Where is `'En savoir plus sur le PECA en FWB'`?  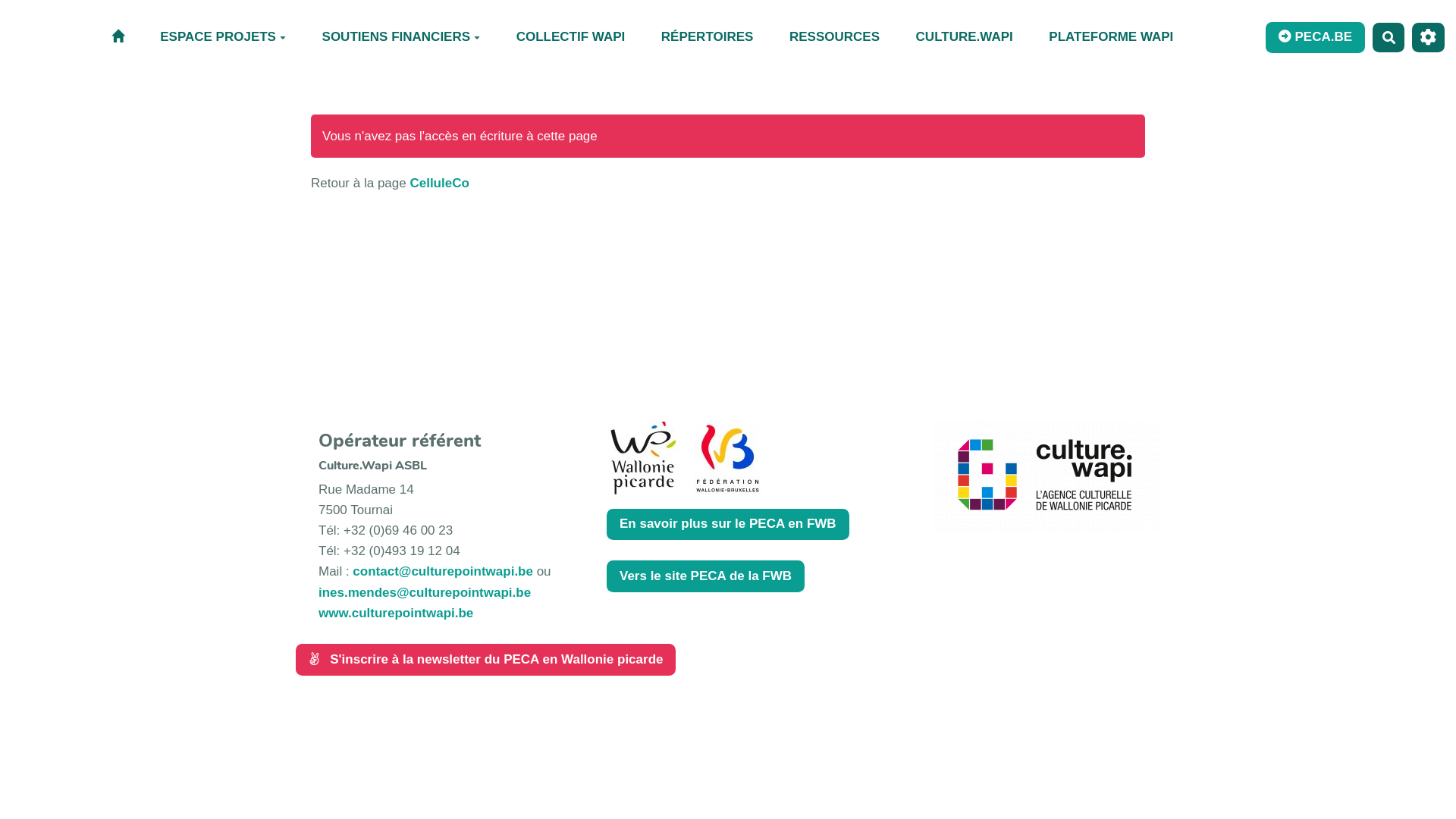
'En savoir plus sur le PECA en FWB' is located at coordinates (728, 523).